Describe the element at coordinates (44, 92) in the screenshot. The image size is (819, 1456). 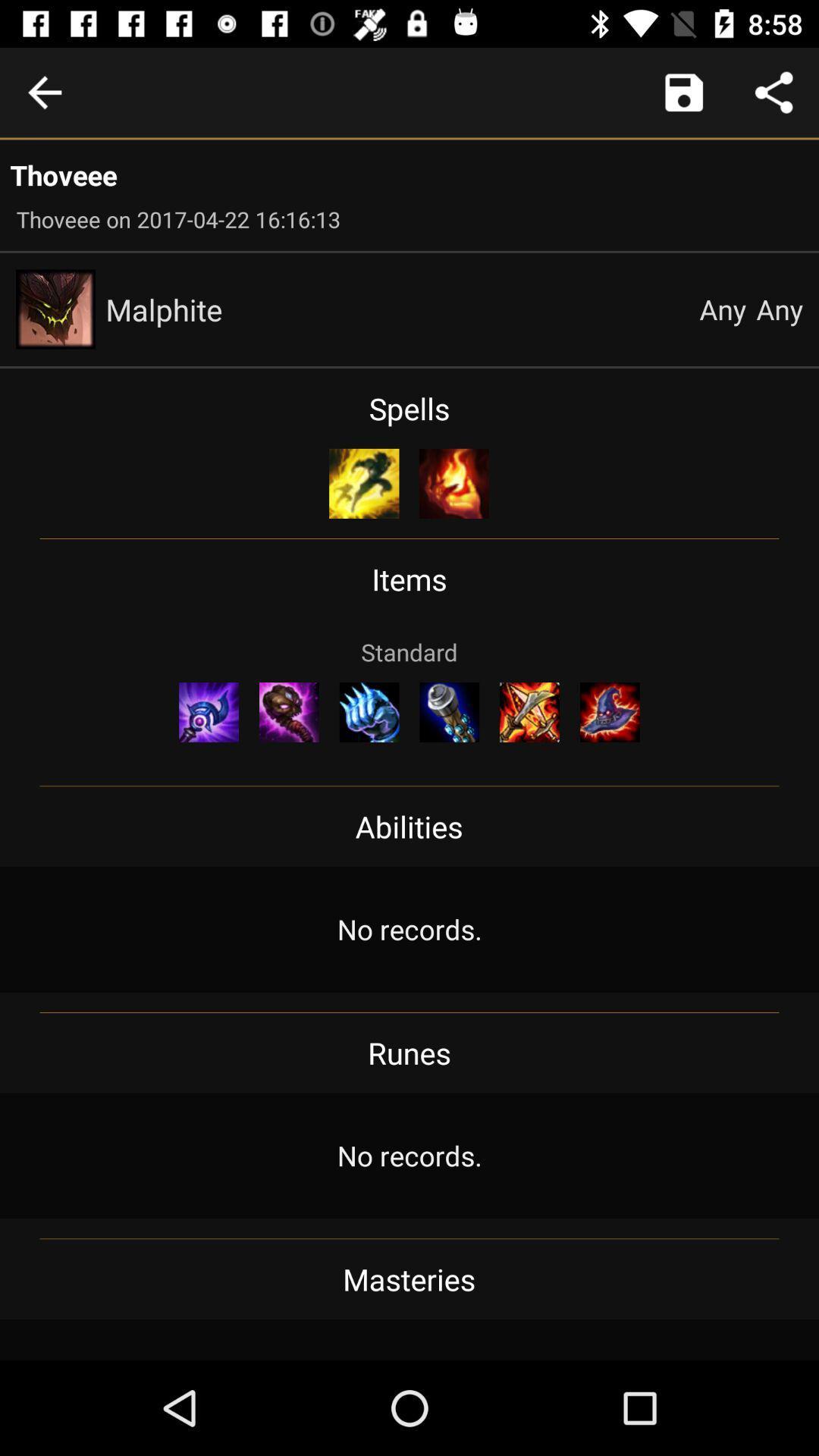
I see `the arrow_backward icon` at that location.